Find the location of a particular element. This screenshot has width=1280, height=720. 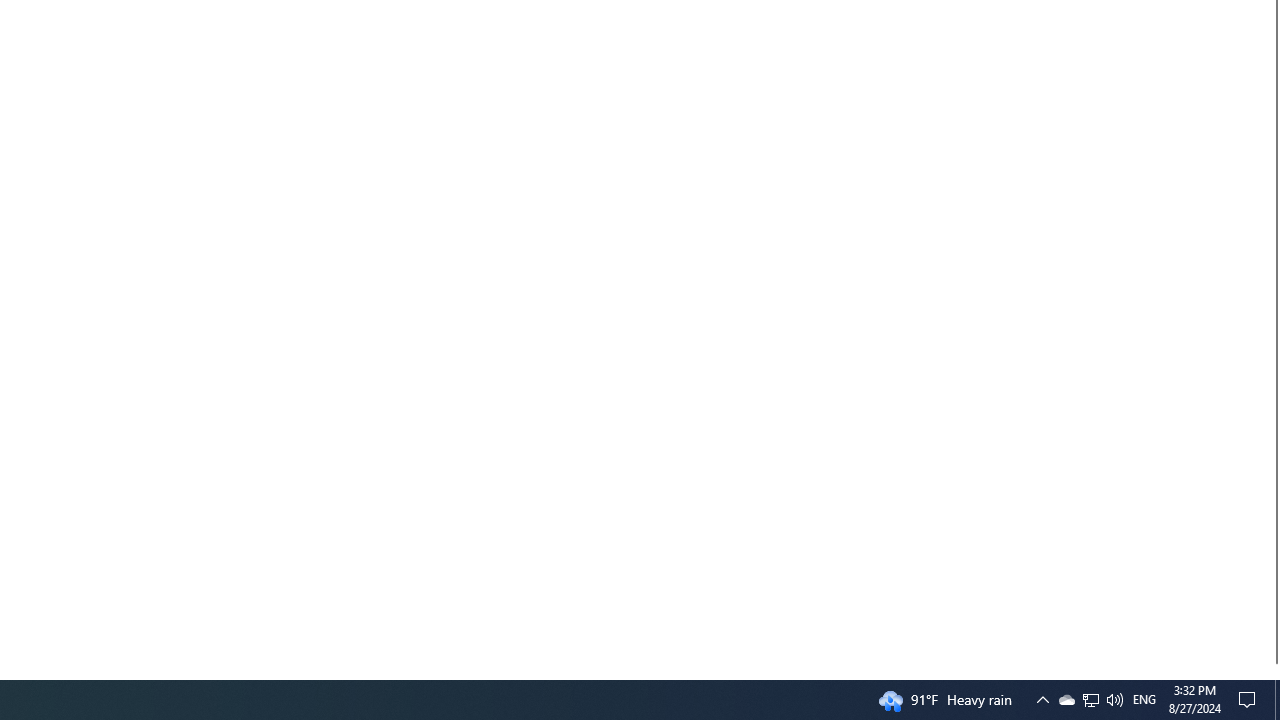

'Action Center, No new notifications' is located at coordinates (1250, 698).